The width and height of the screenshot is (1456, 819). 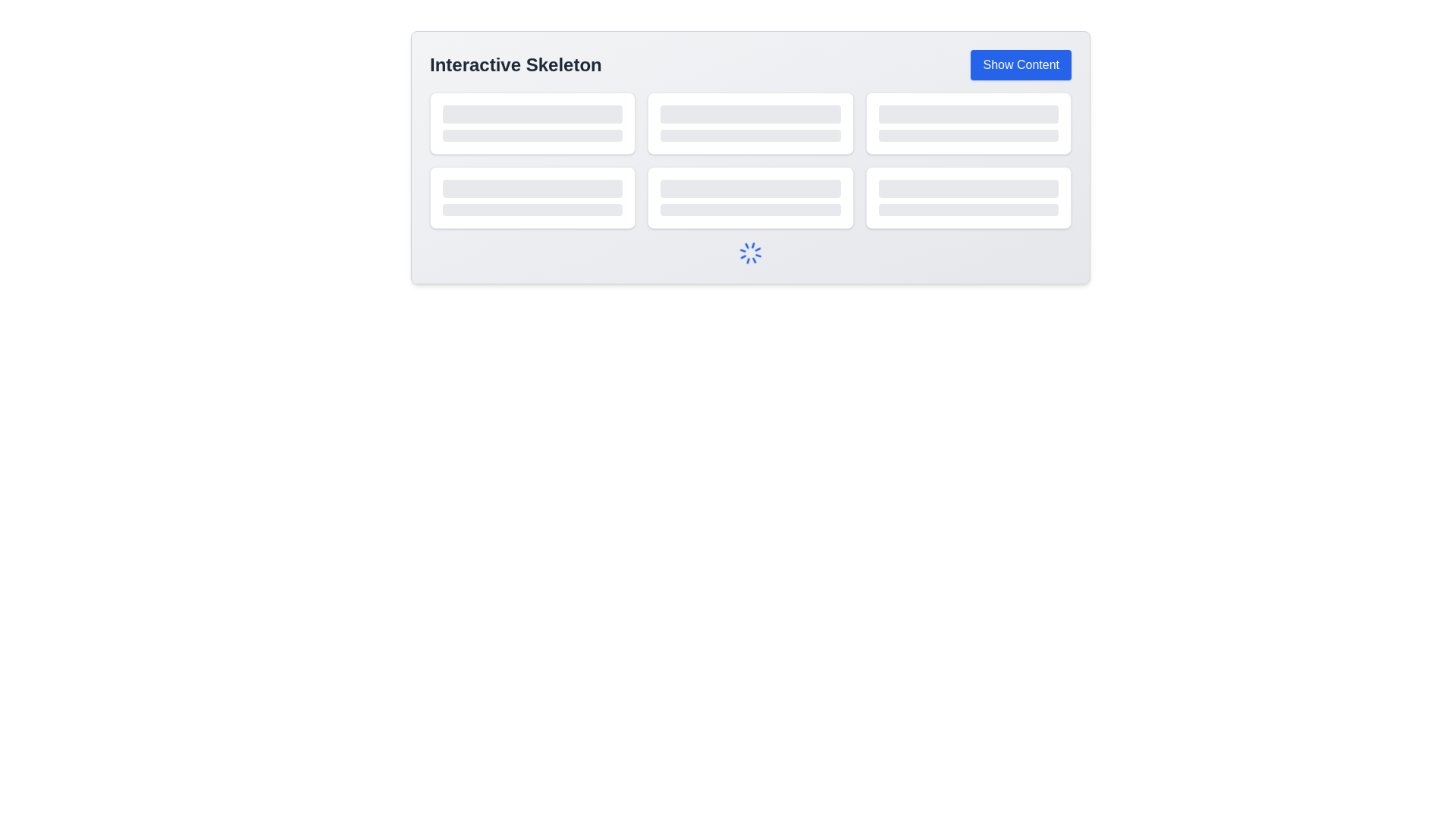 I want to click on the animated spinner, which is a blue circular animation located centrally below a set of six boxes, clearly visible among other UI elements, so click(x=750, y=253).